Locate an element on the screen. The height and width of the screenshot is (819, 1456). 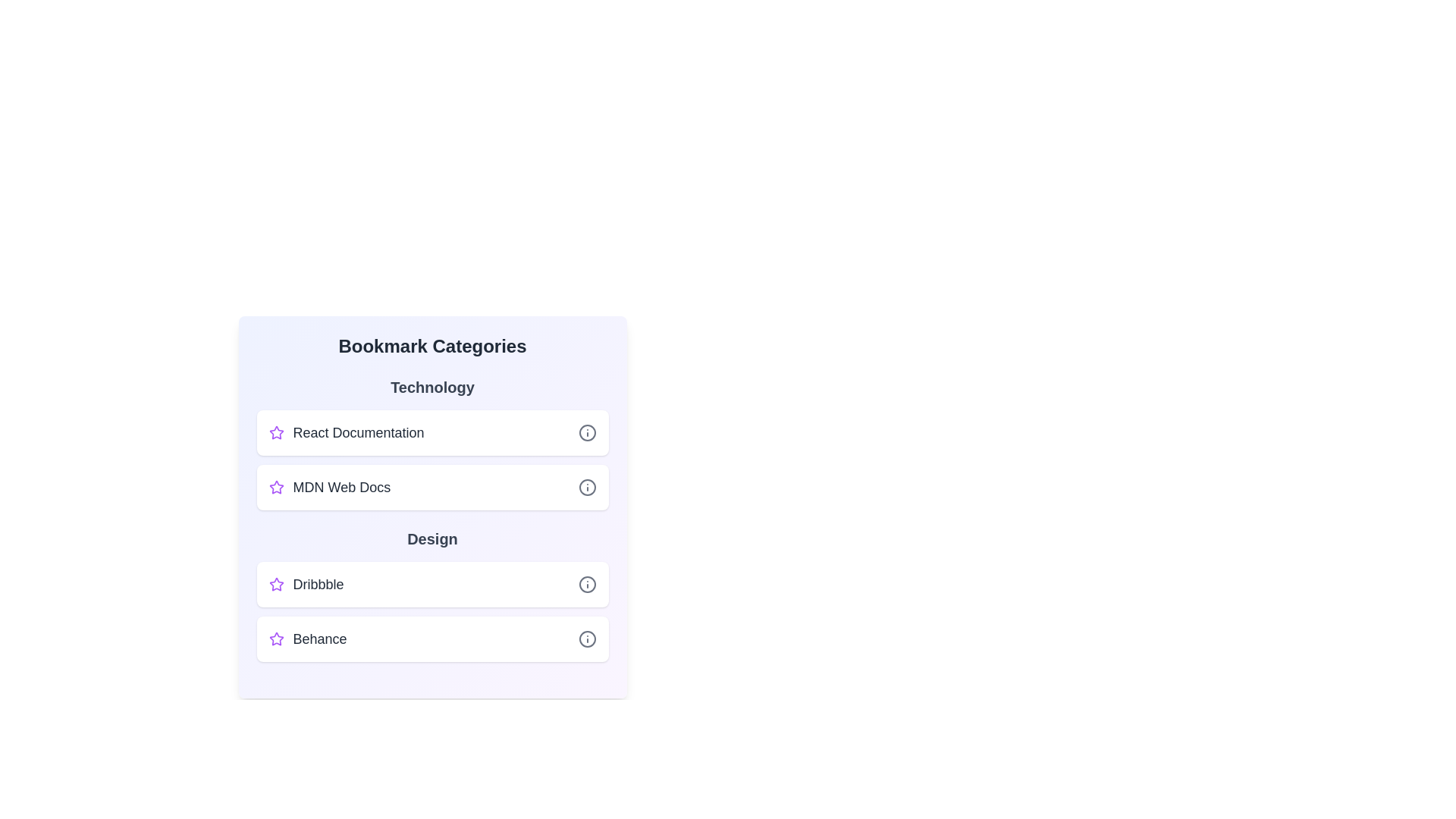
the bookmark titled Behance is located at coordinates (431, 639).